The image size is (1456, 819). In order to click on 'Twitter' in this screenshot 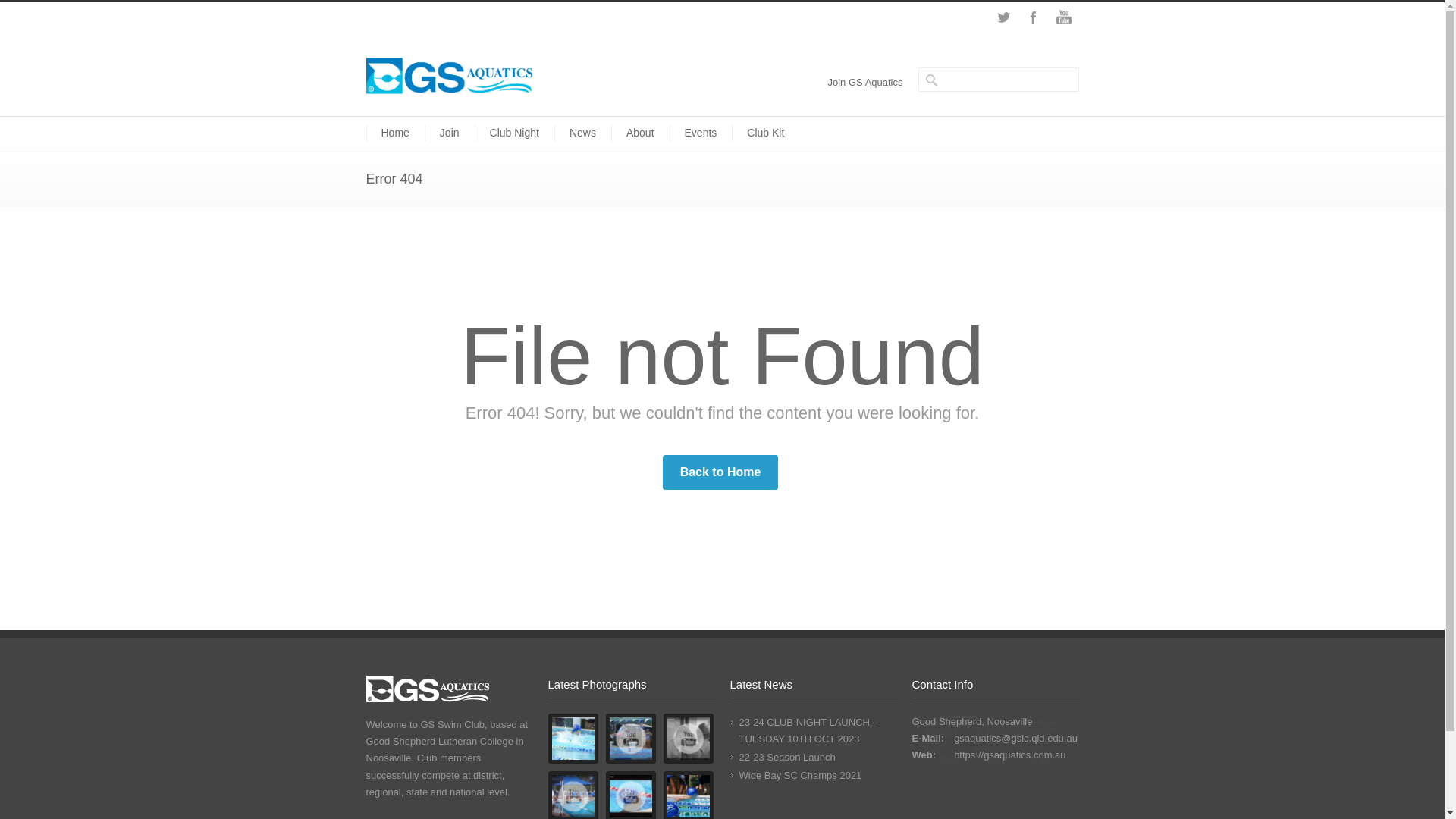, I will do `click(1002, 17)`.